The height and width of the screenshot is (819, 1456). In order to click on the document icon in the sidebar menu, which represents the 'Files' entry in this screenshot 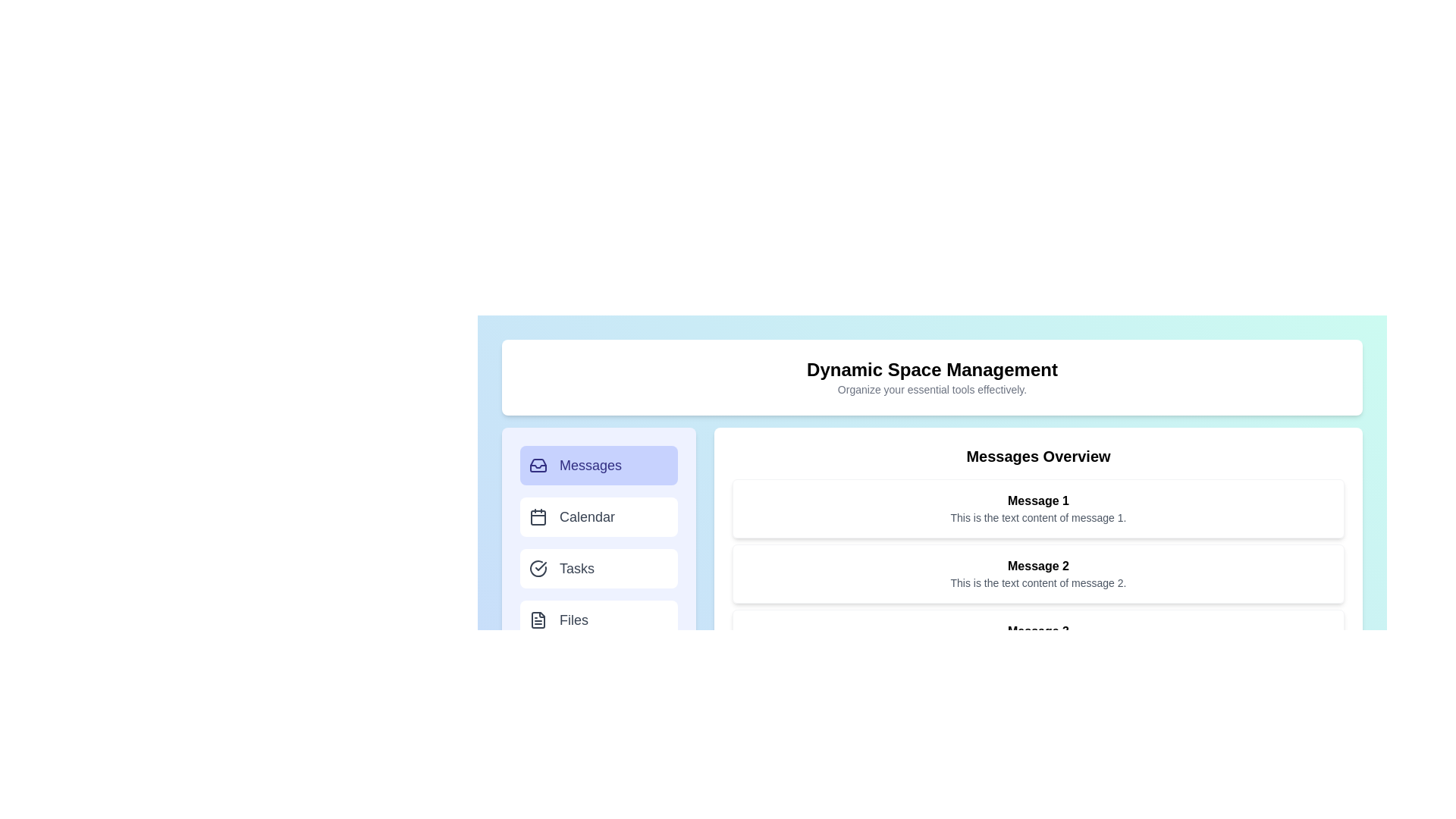, I will do `click(538, 620)`.